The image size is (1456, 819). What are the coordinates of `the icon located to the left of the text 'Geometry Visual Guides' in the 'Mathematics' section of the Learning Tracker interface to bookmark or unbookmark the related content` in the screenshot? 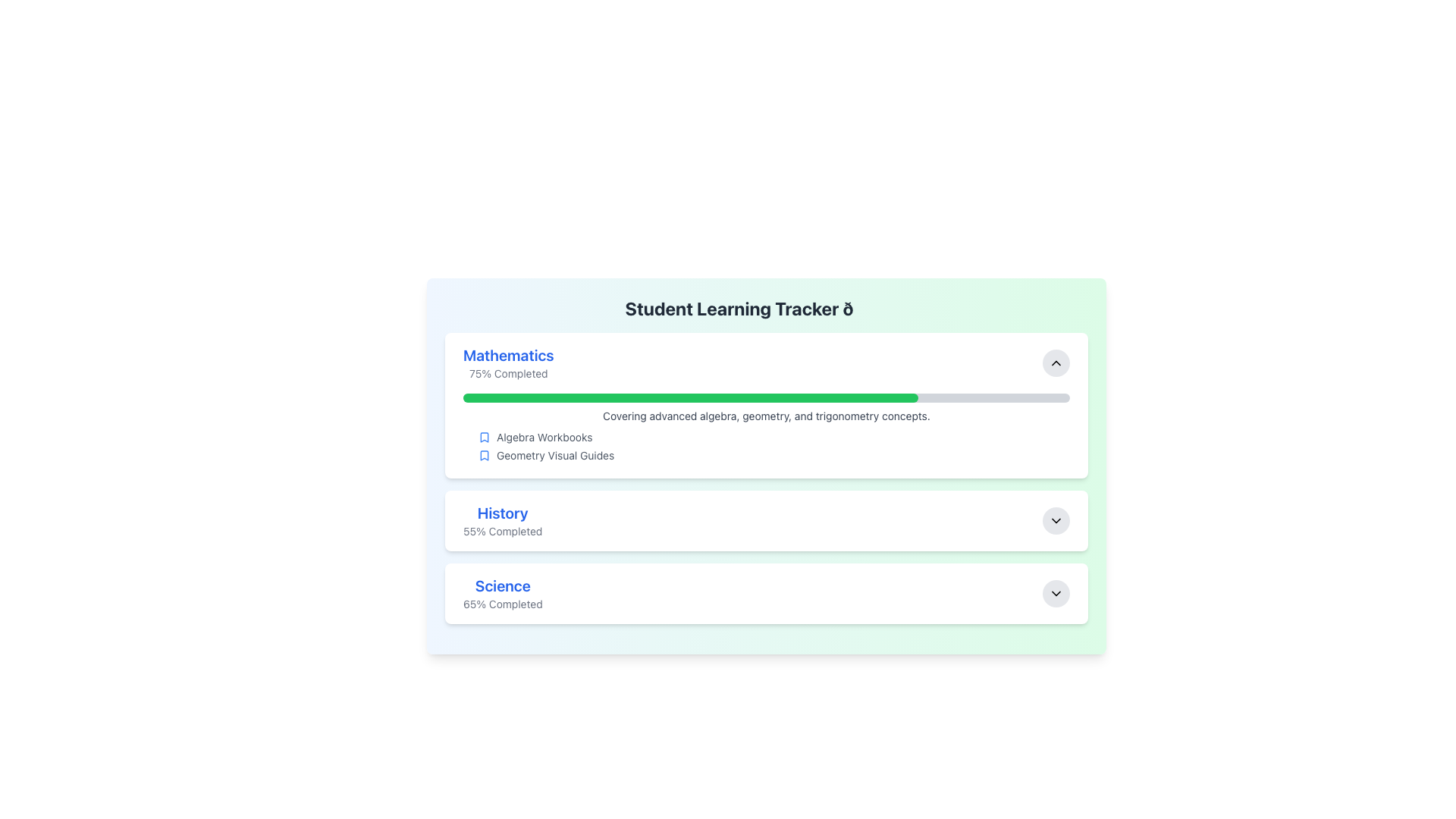 It's located at (483, 438).